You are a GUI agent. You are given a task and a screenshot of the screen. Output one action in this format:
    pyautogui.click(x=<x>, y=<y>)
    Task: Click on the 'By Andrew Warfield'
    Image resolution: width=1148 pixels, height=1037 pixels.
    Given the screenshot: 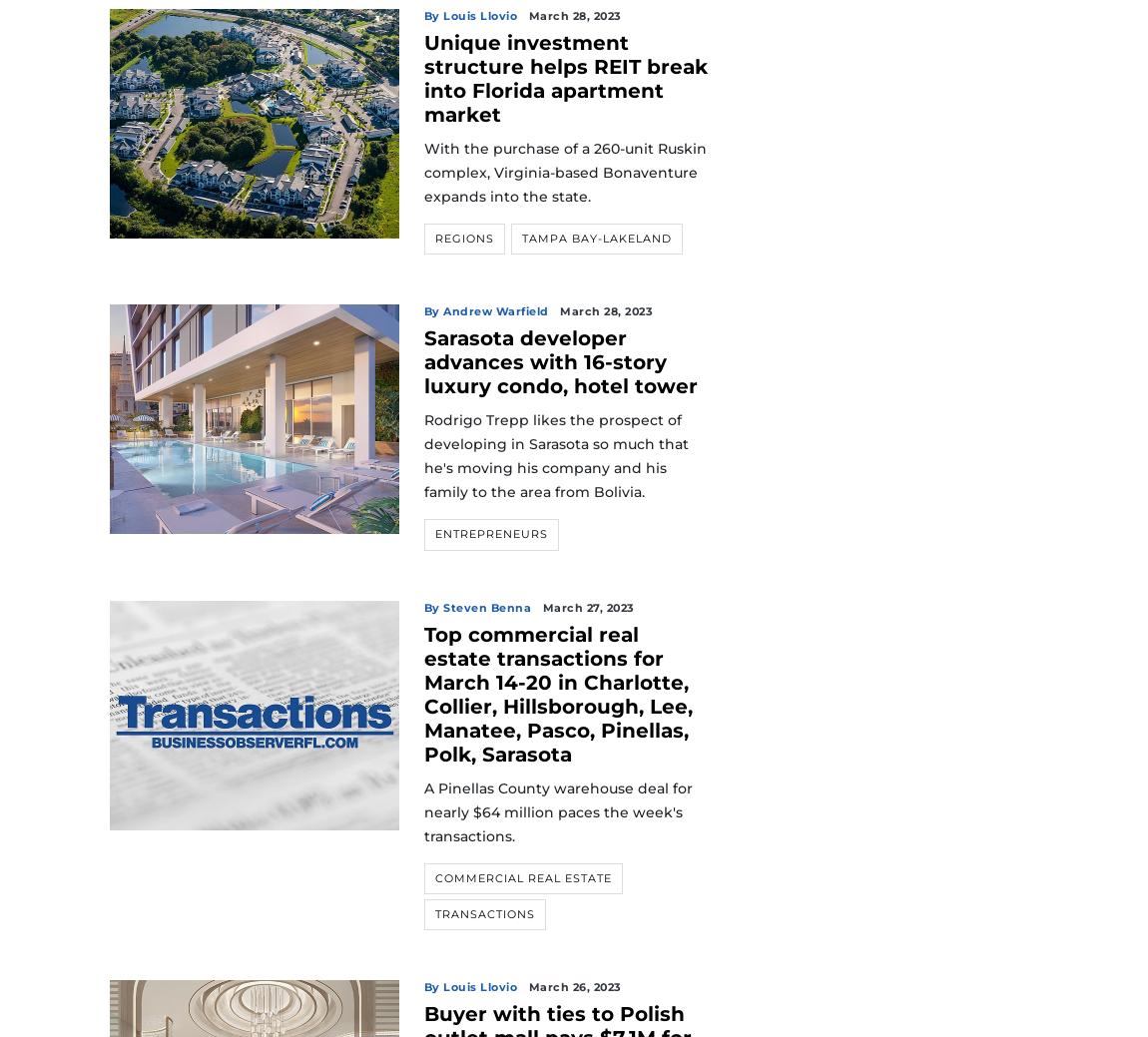 What is the action you would take?
    pyautogui.click(x=485, y=311)
    